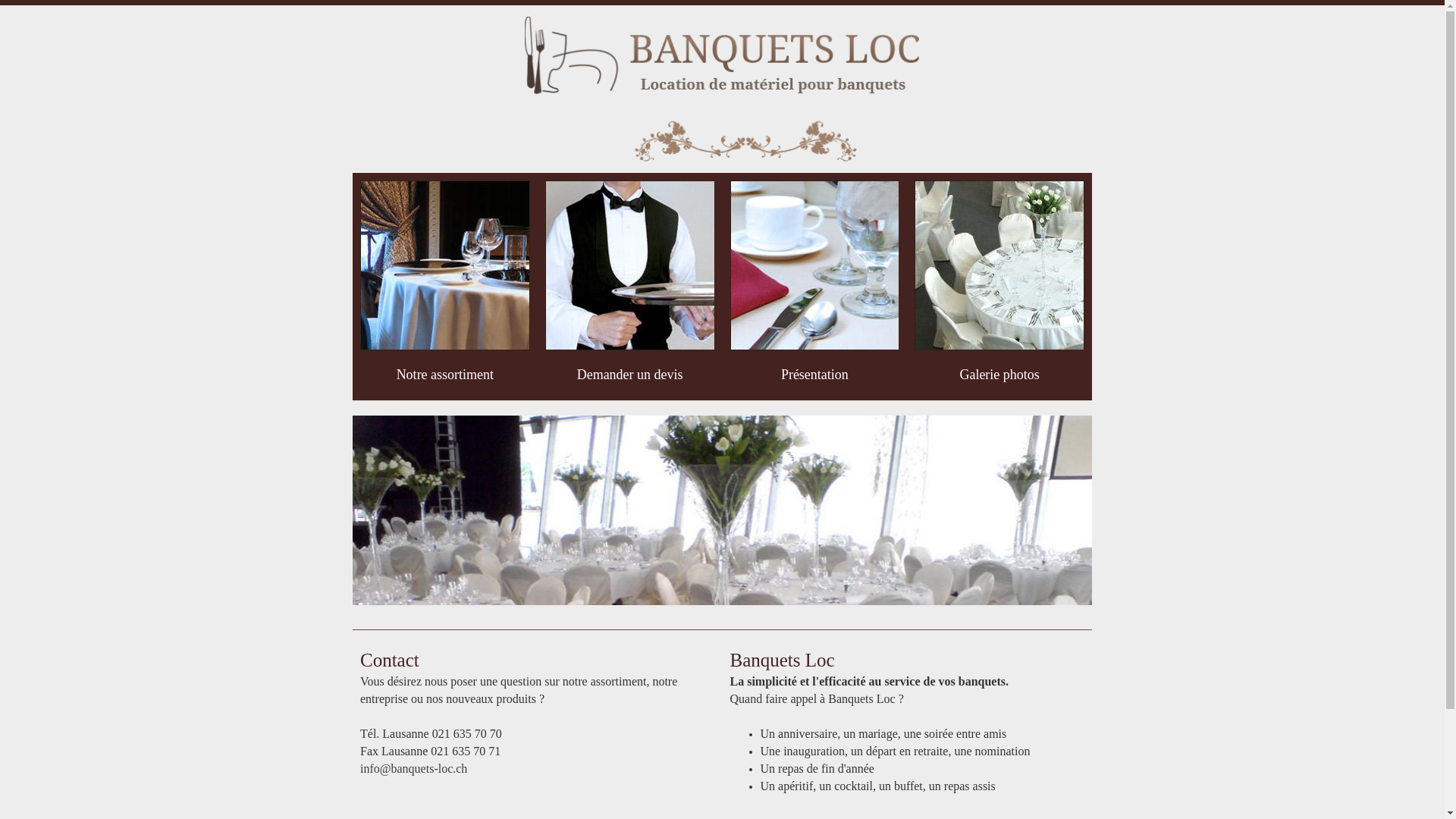 The image size is (1456, 819). Describe the element at coordinates (359, 768) in the screenshot. I see `'info@banquets-loc.ch'` at that location.